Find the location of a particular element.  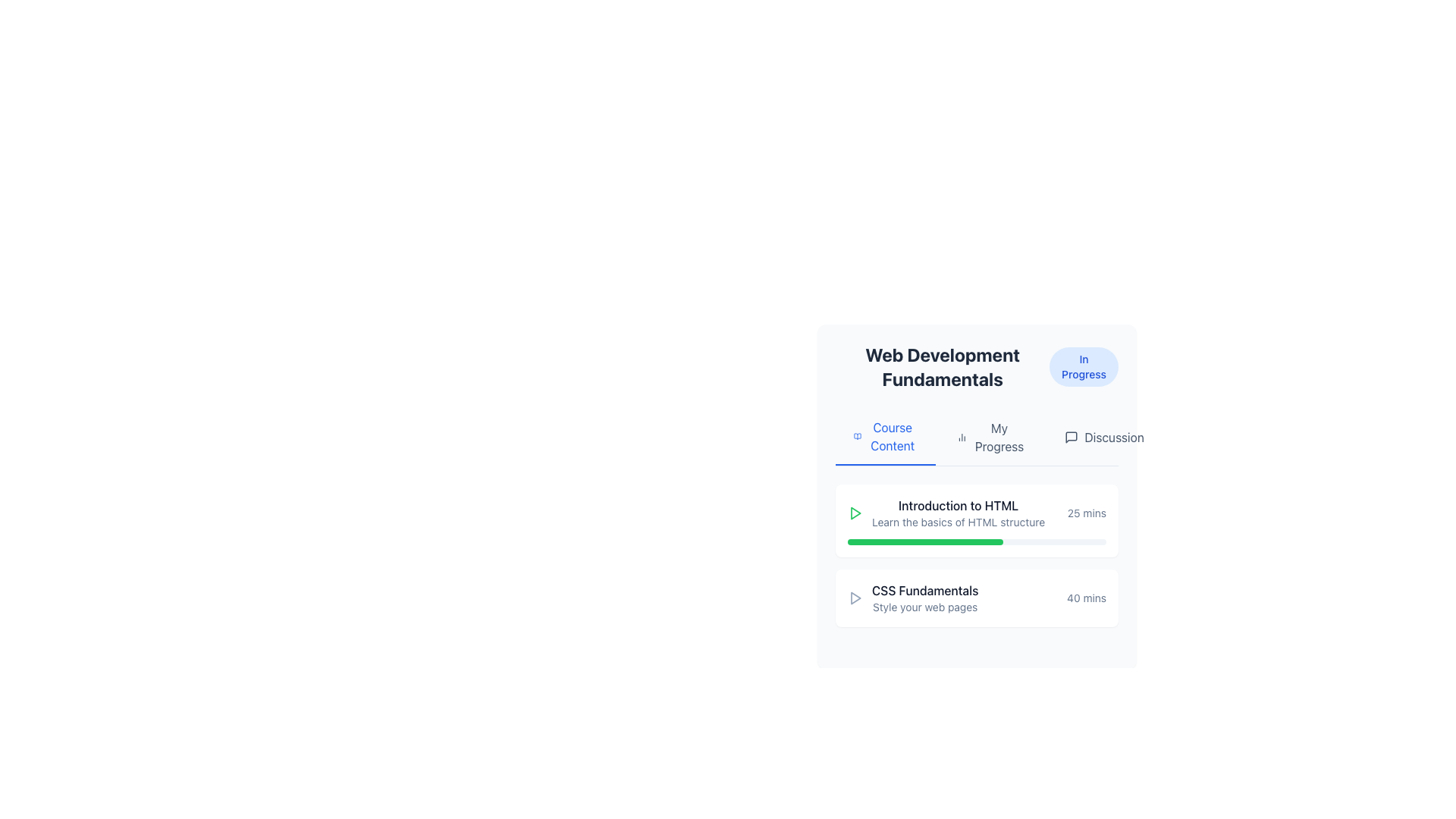

the play icon in the Course information block for the 'Introduction to HTML' course located in the first course card under the 'Web Development Fundamentals' section is located at coordinates (977, 513).